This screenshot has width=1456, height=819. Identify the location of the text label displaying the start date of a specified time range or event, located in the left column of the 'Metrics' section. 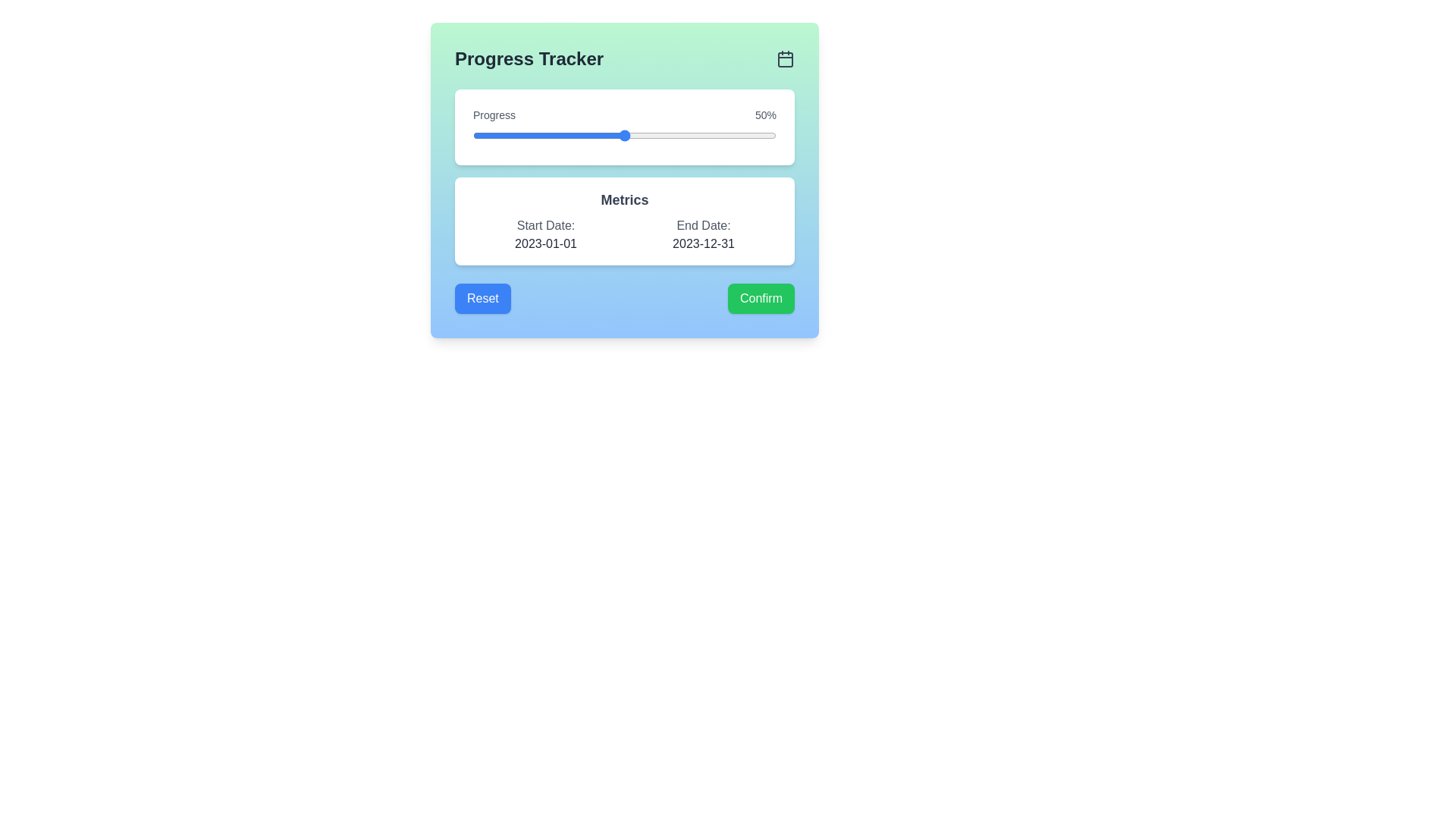
(546, 234).